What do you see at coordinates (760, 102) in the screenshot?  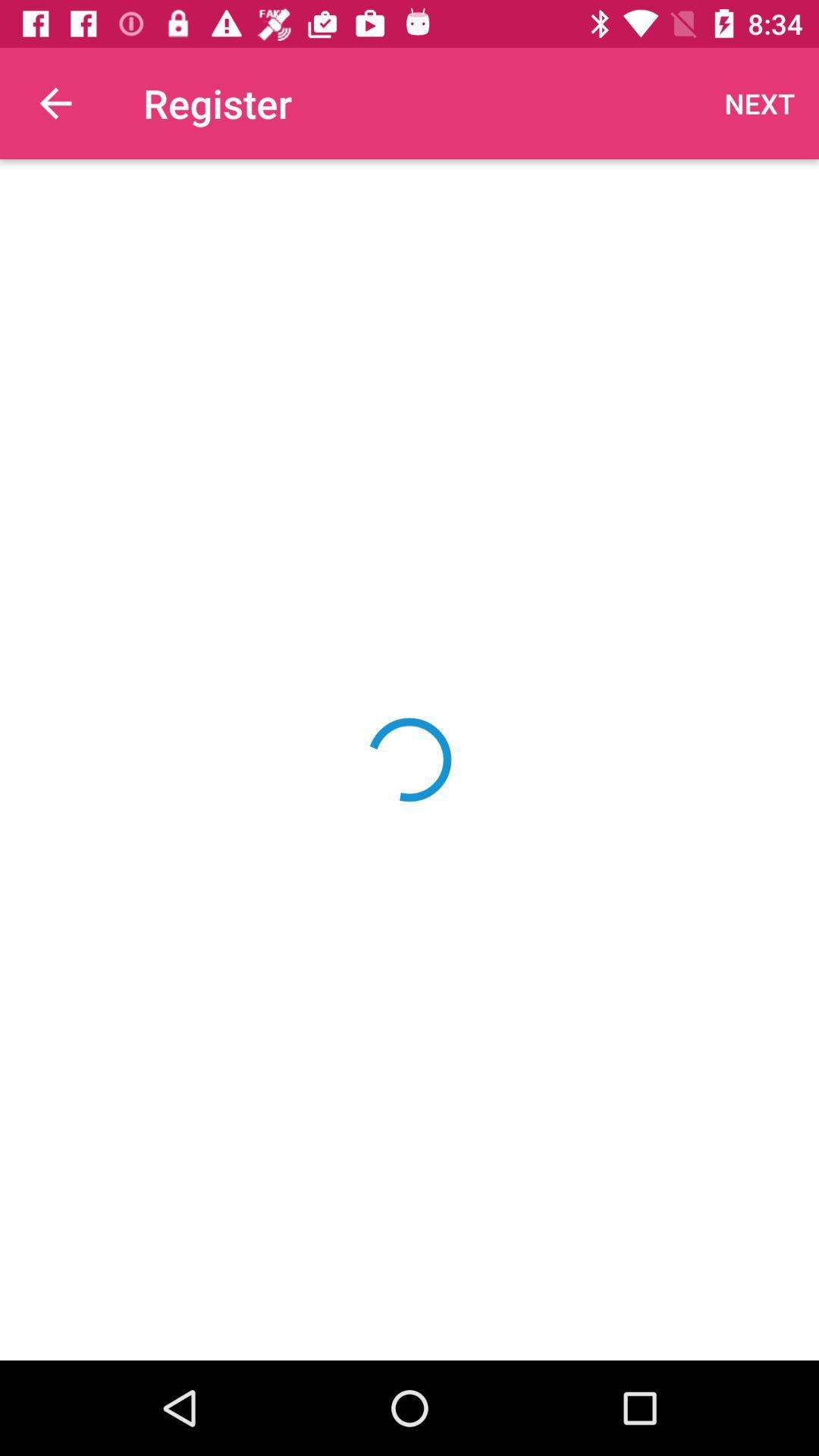 I see `the item at the top right corner` at bounding box center [760, 102].